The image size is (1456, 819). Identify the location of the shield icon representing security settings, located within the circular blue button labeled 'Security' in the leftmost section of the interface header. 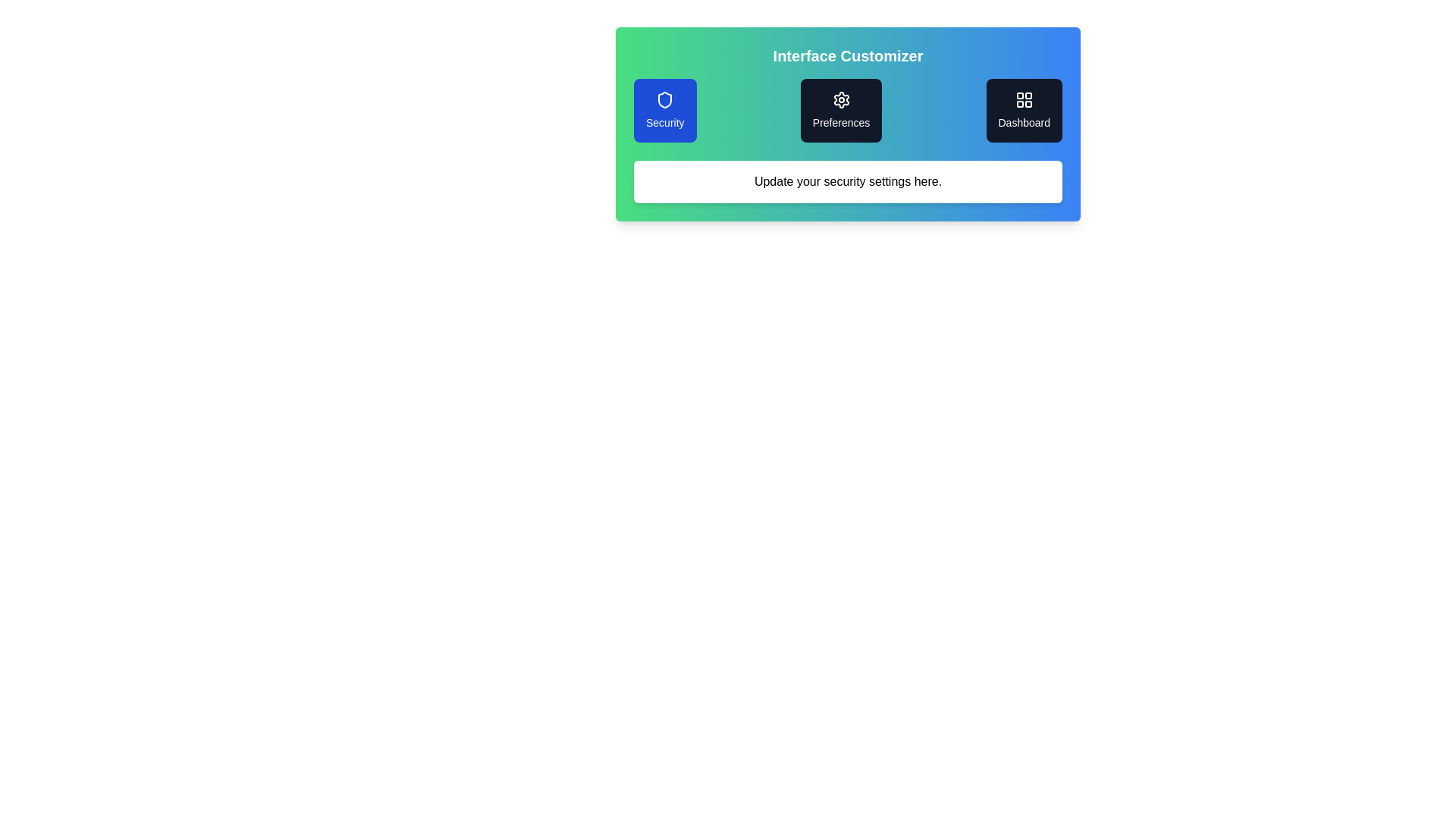
(665, 99).